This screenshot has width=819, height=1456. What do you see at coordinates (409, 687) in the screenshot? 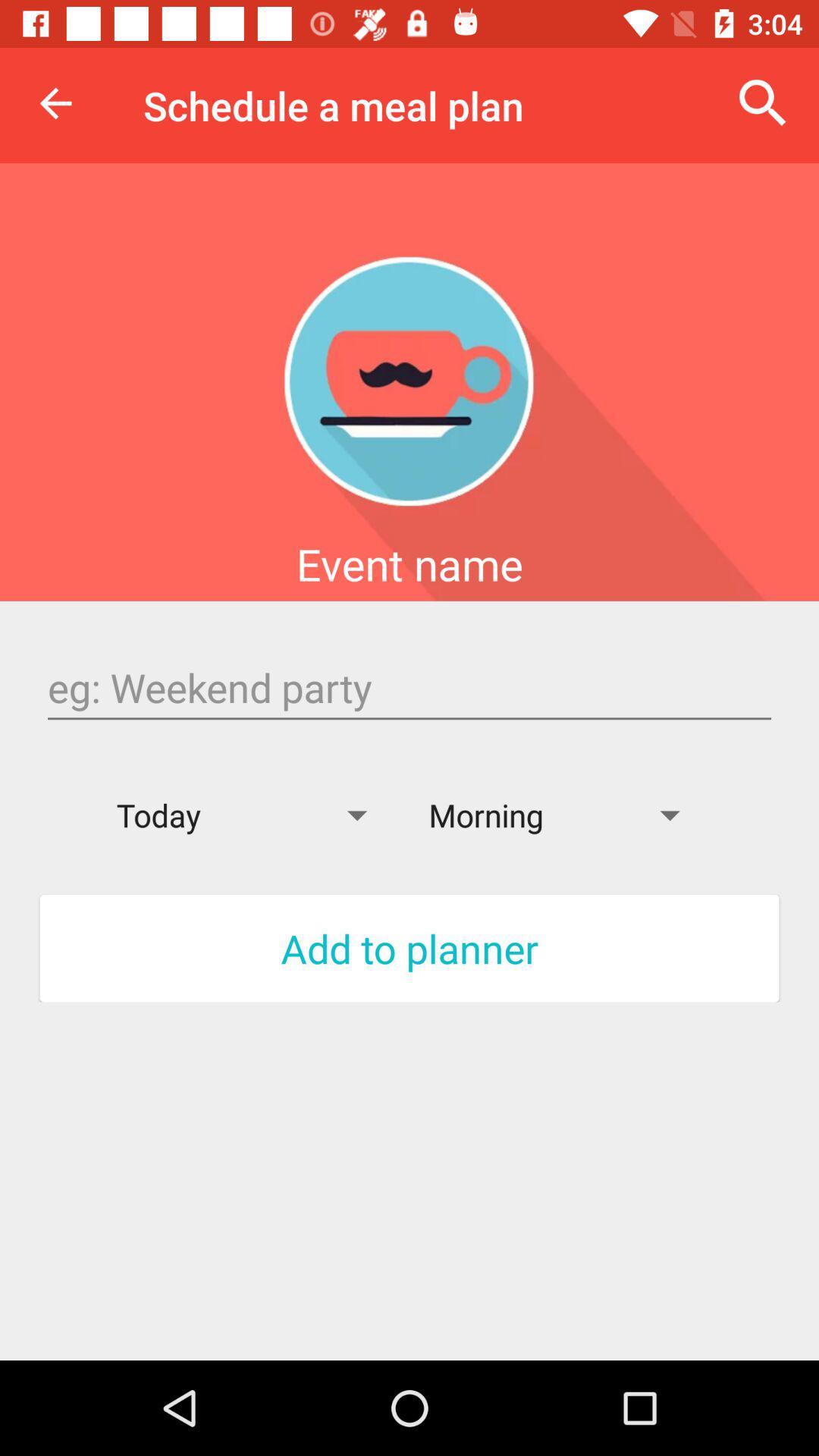
I see `event name` at bounding box center [409, 687].